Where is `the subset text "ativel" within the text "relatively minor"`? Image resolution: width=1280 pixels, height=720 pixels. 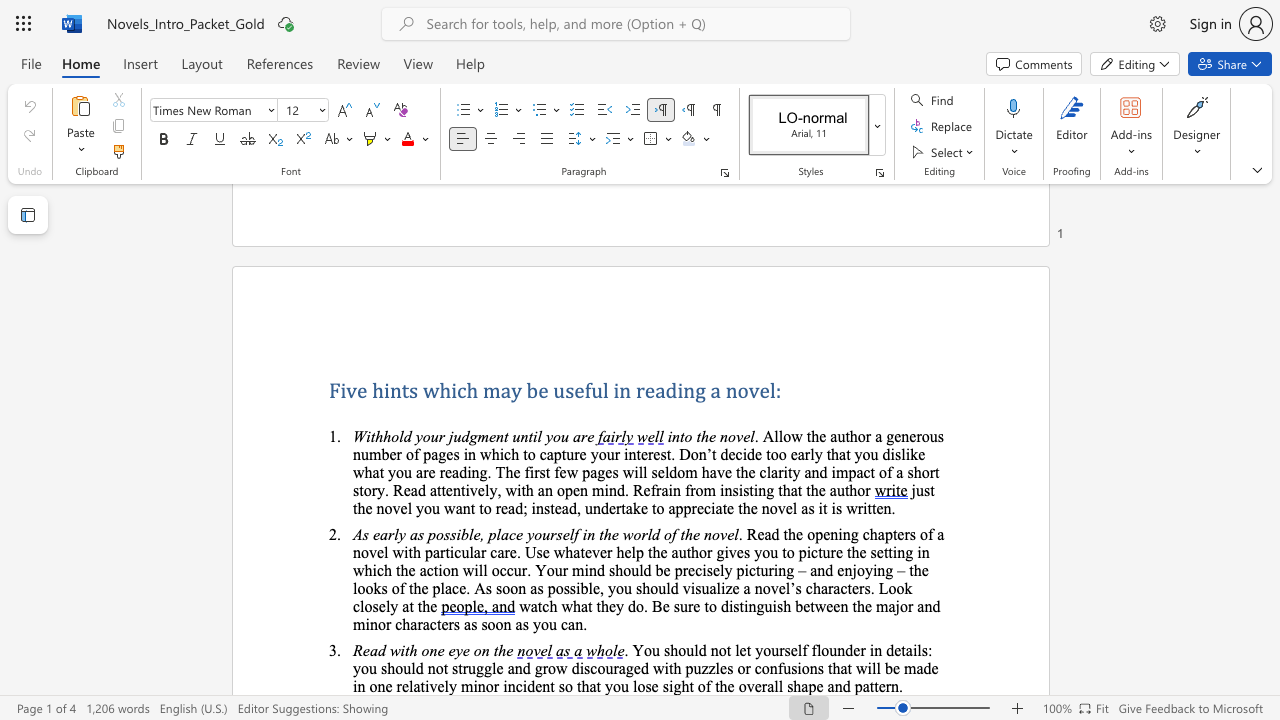 the subset text "ativel" within the text "relatively minor" is located at coordinates (412, 685).